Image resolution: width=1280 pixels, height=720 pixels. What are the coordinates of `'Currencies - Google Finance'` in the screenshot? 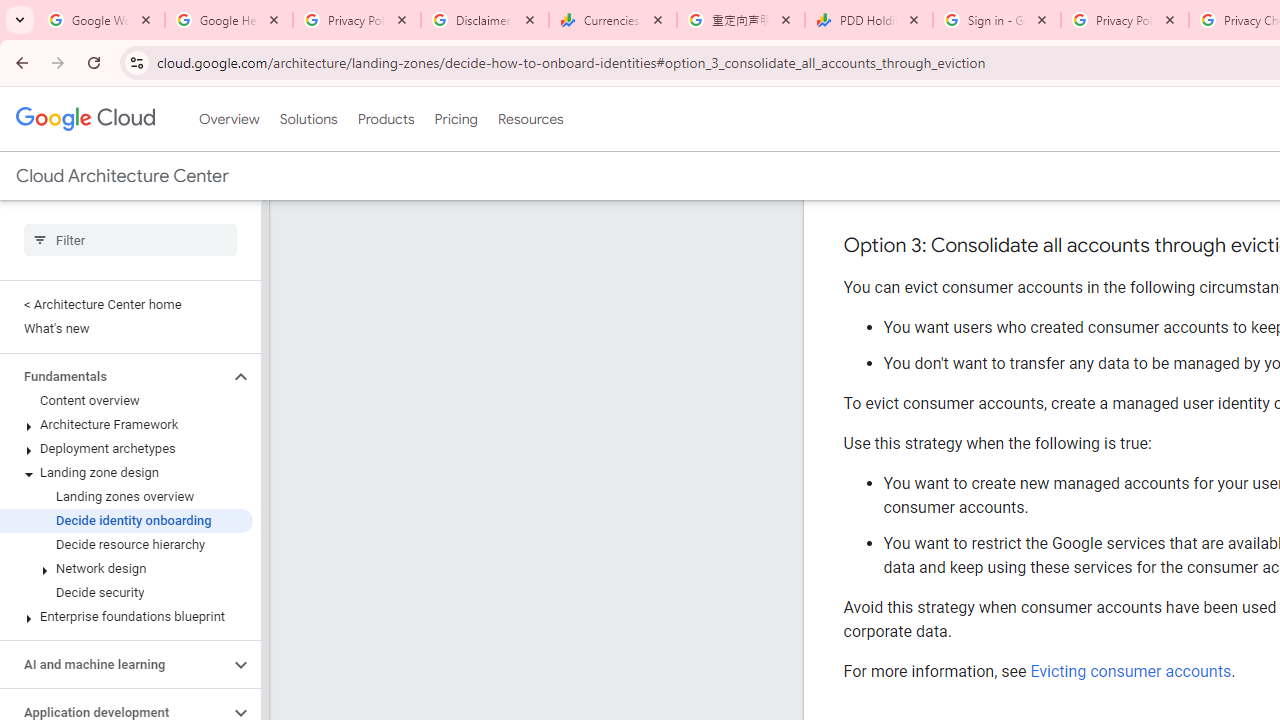 It's located at (612, 20).